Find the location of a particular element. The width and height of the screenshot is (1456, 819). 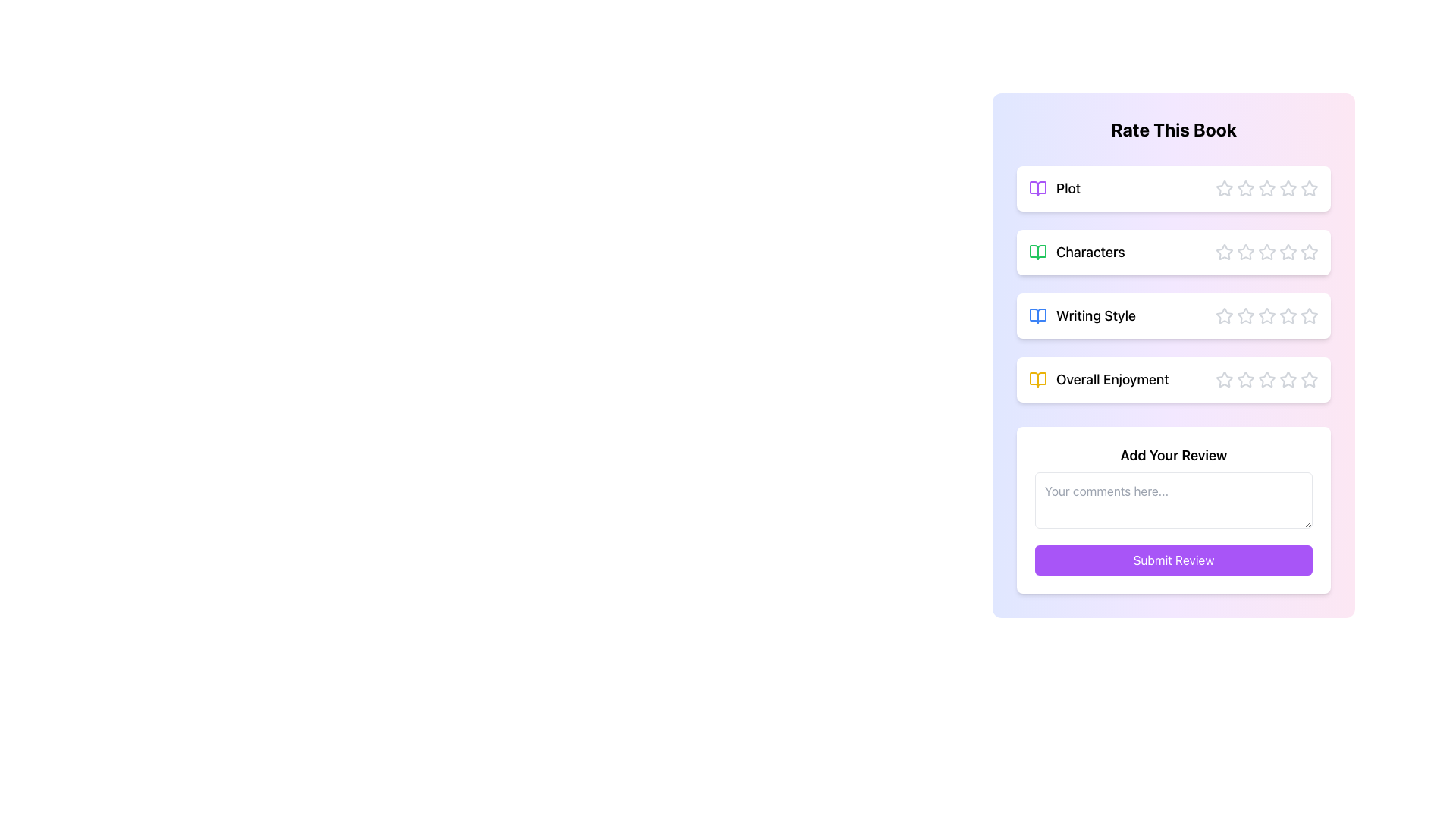

the third star icon in the 'Overall Enjoyment' section is located at coordinates (1266, 379).